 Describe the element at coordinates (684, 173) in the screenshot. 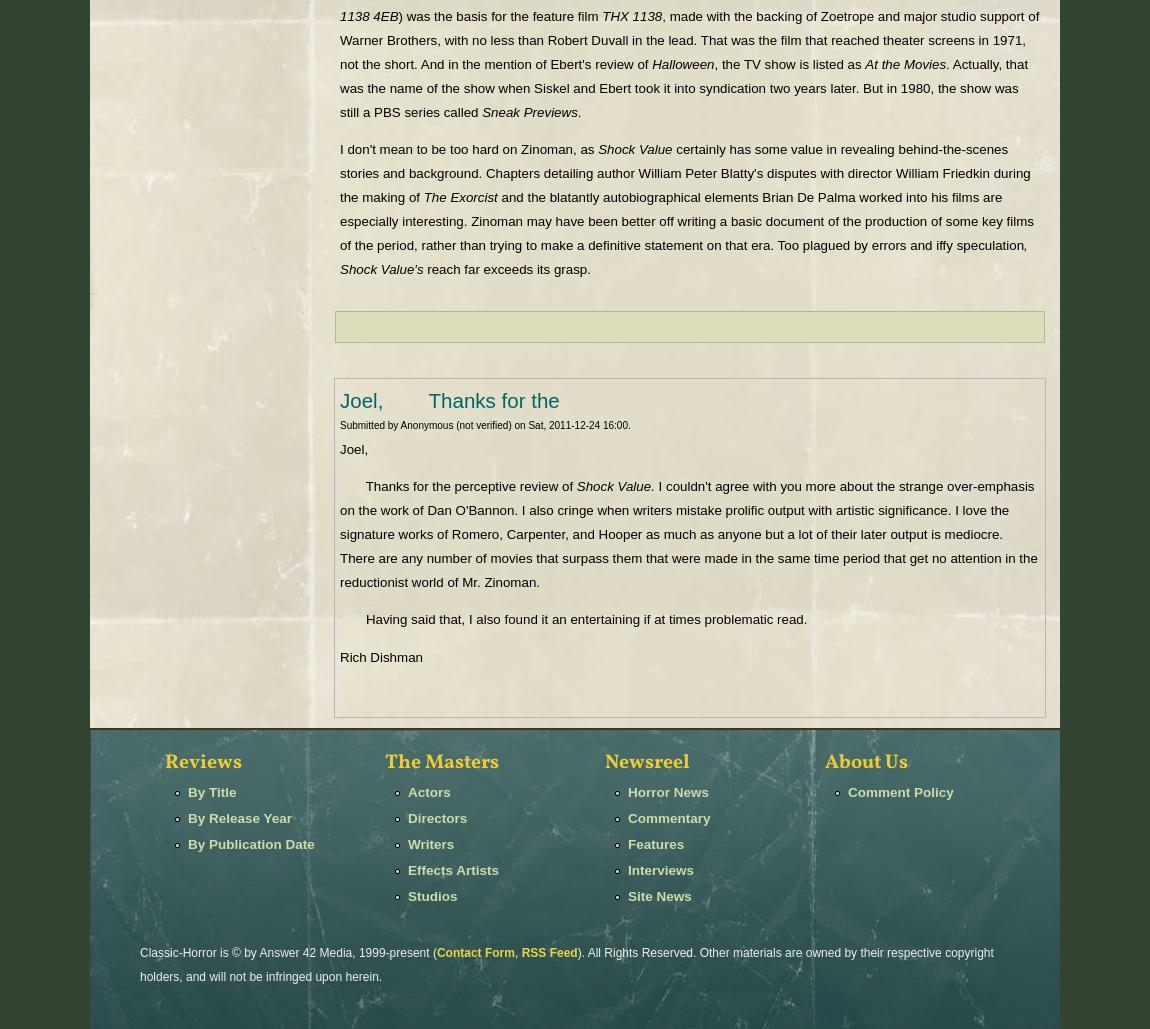

I see `'certainly has some value in revealing
behind-the-scenes stories and background.  Chapters detailing author
William Peter Blatty's disputes with director William Friedkin
during the making of'` at that location.